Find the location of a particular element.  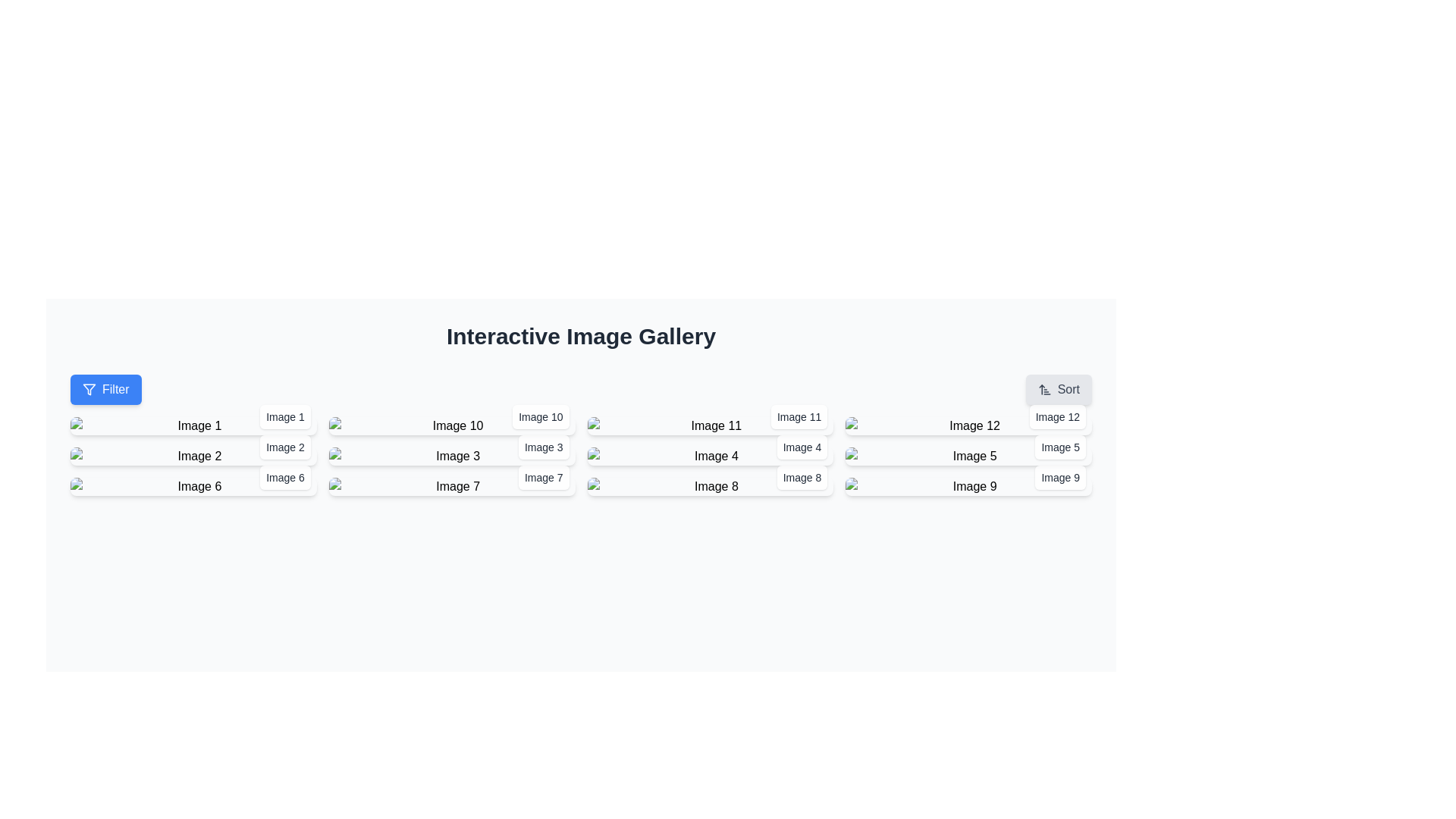

the interactive image thumbnail located at the bottom right of the grid is located at coordinates (968, 486).